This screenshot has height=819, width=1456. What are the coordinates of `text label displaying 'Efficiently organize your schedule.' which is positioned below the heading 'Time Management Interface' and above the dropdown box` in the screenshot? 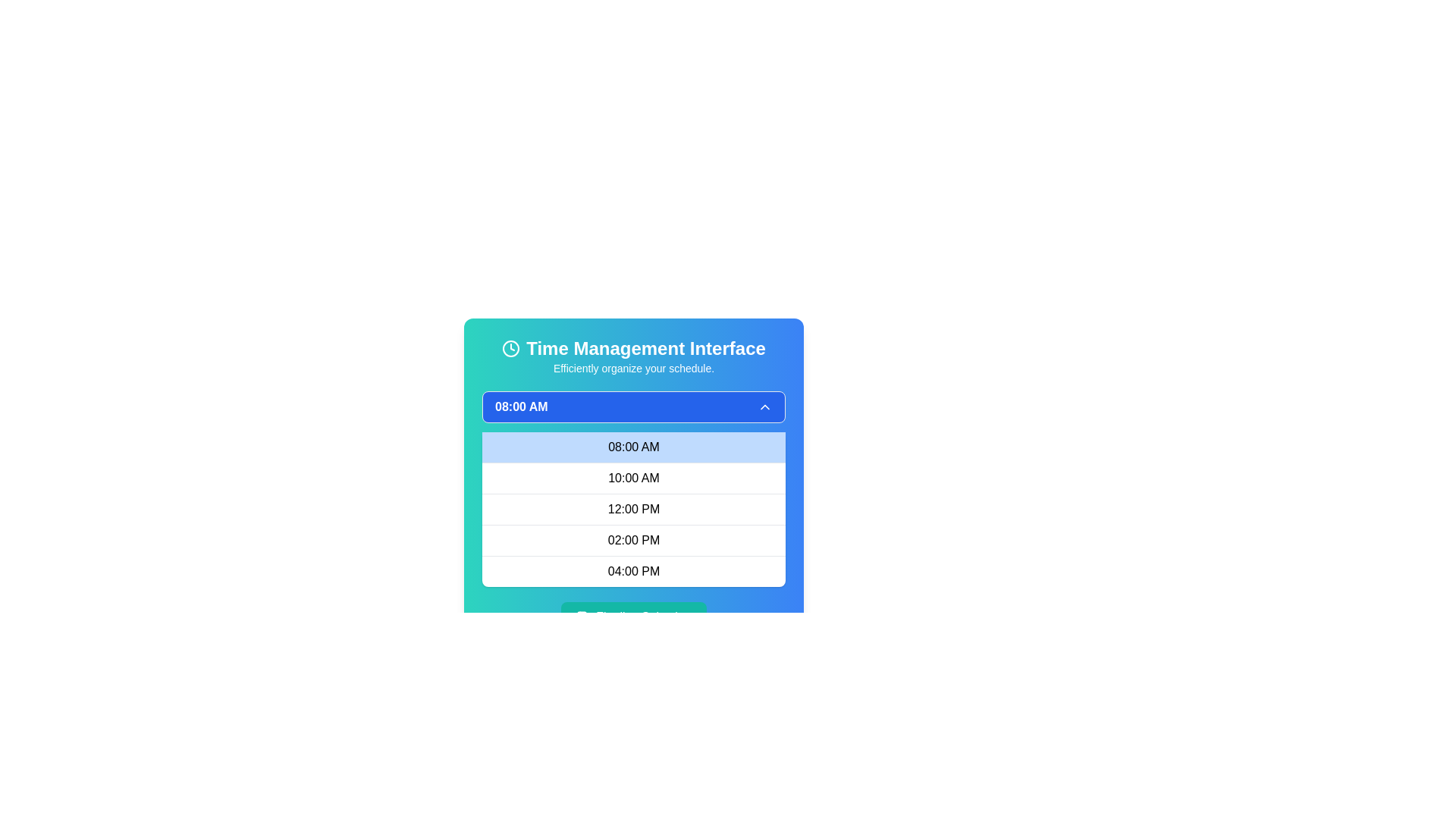 It's located at (633, 369).